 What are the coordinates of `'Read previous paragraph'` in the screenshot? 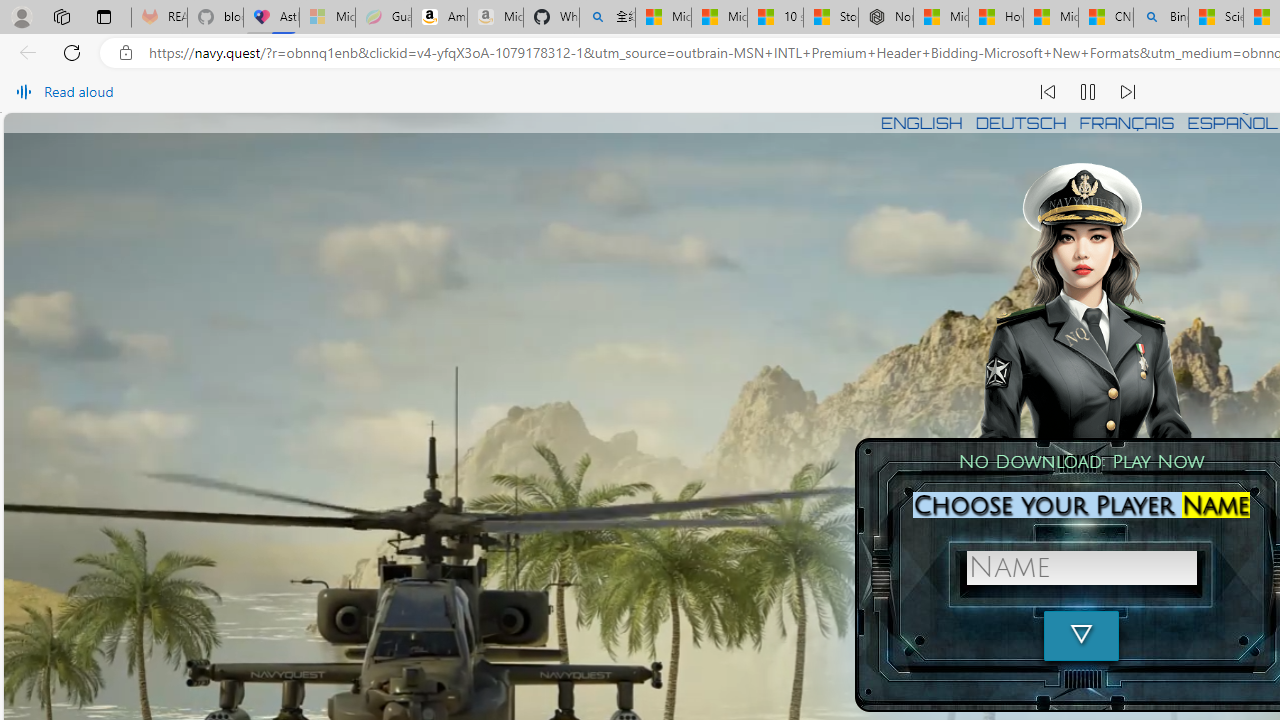 It's located at (1047, 92).